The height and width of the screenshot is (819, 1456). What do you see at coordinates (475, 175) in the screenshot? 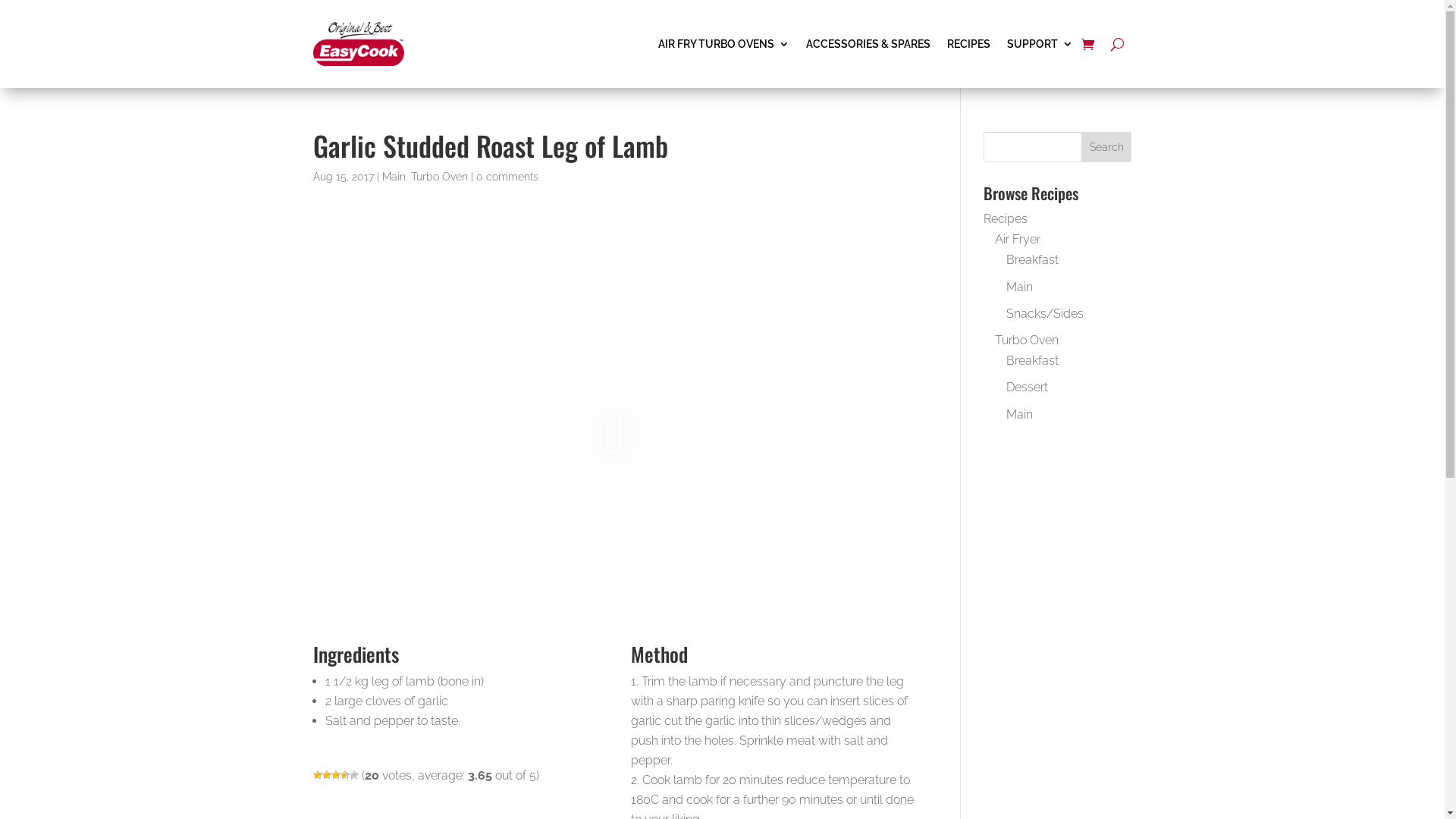
I see `'0 comments'` at bounding box center [475, 175].